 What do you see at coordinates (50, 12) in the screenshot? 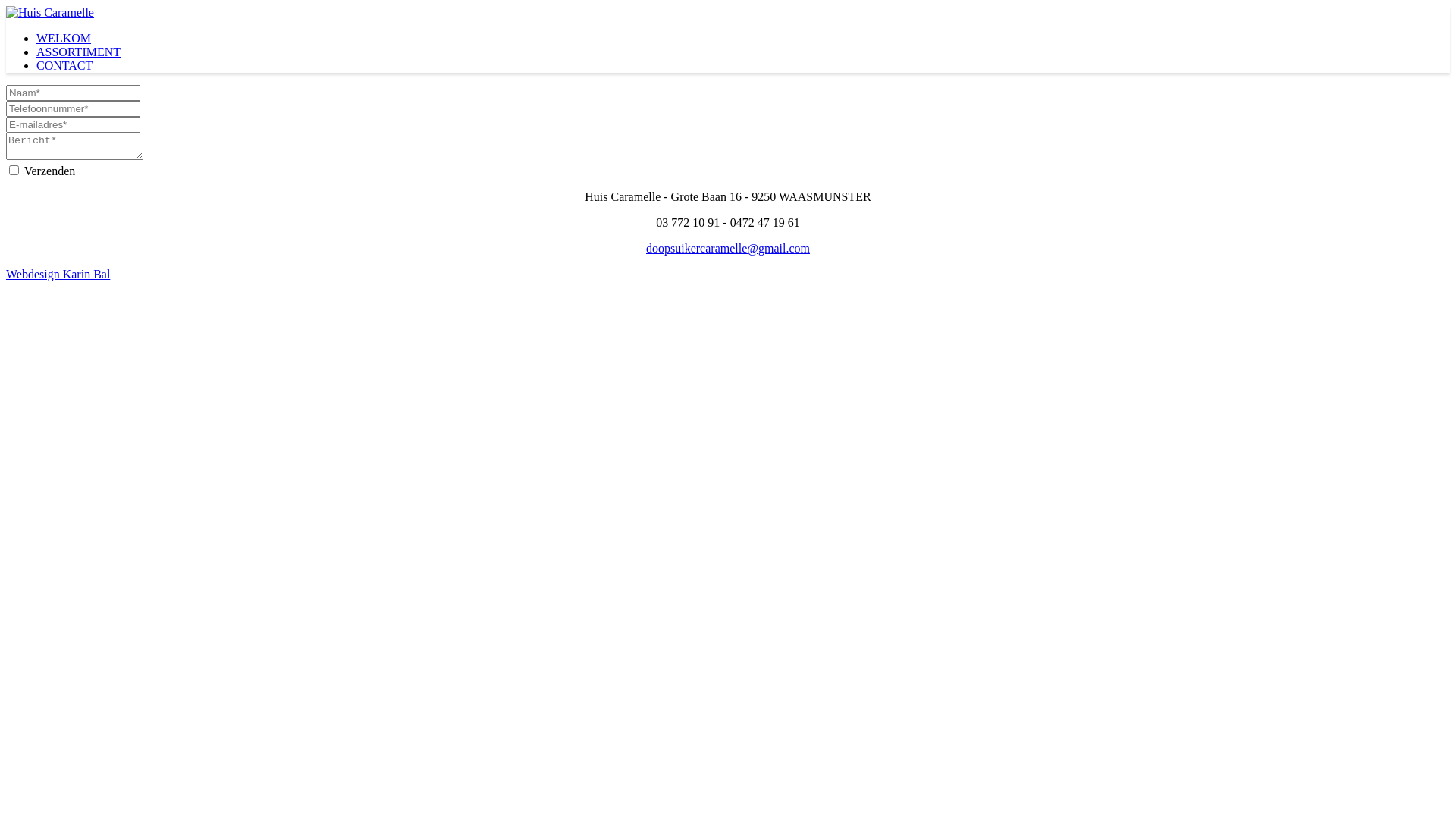
I see `'Huis Caramelle'` at bounding box center [50, 12].